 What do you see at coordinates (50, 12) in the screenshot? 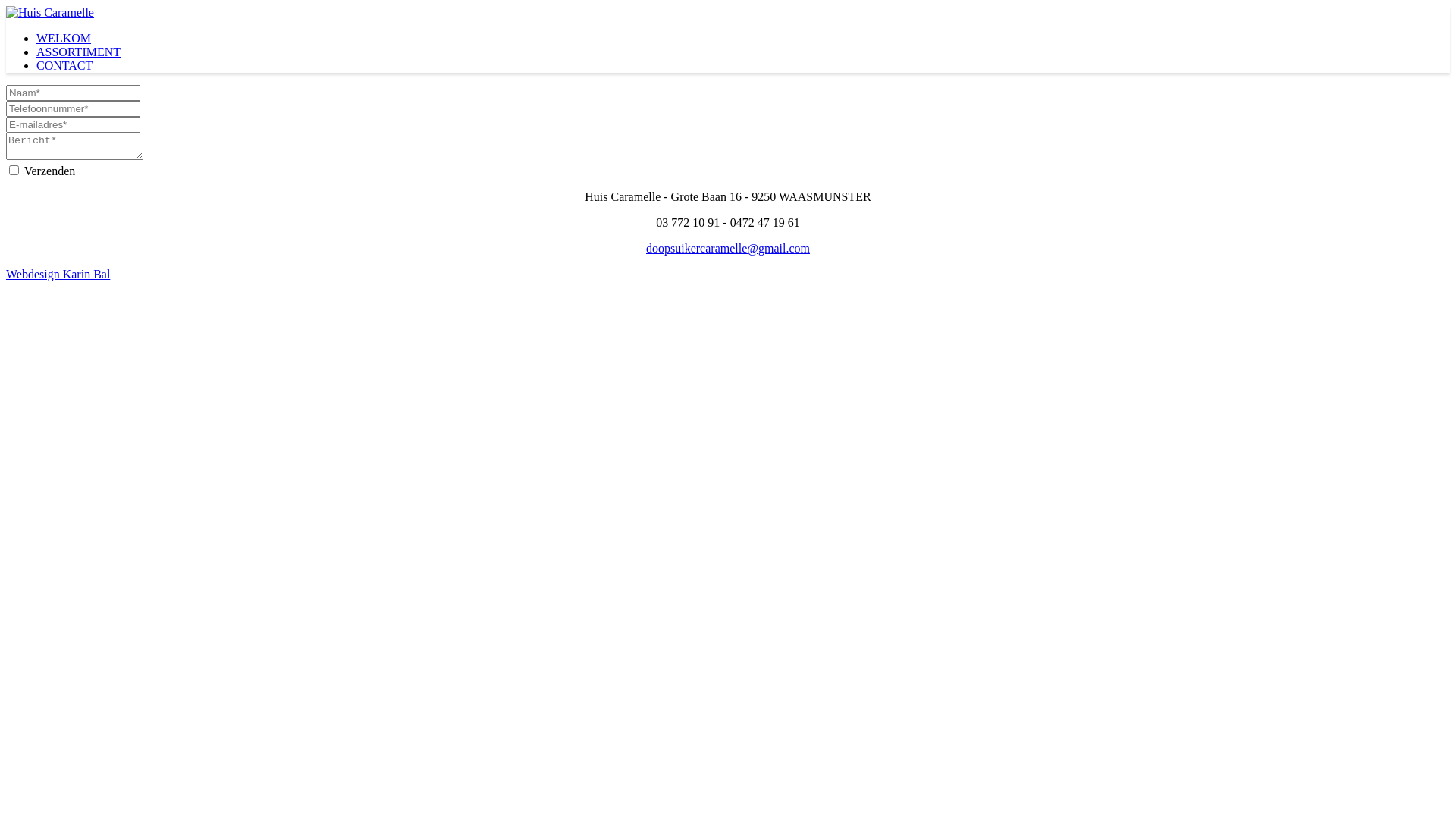
I see `'Huis Caramelle'` at bounding box center [50, 12].